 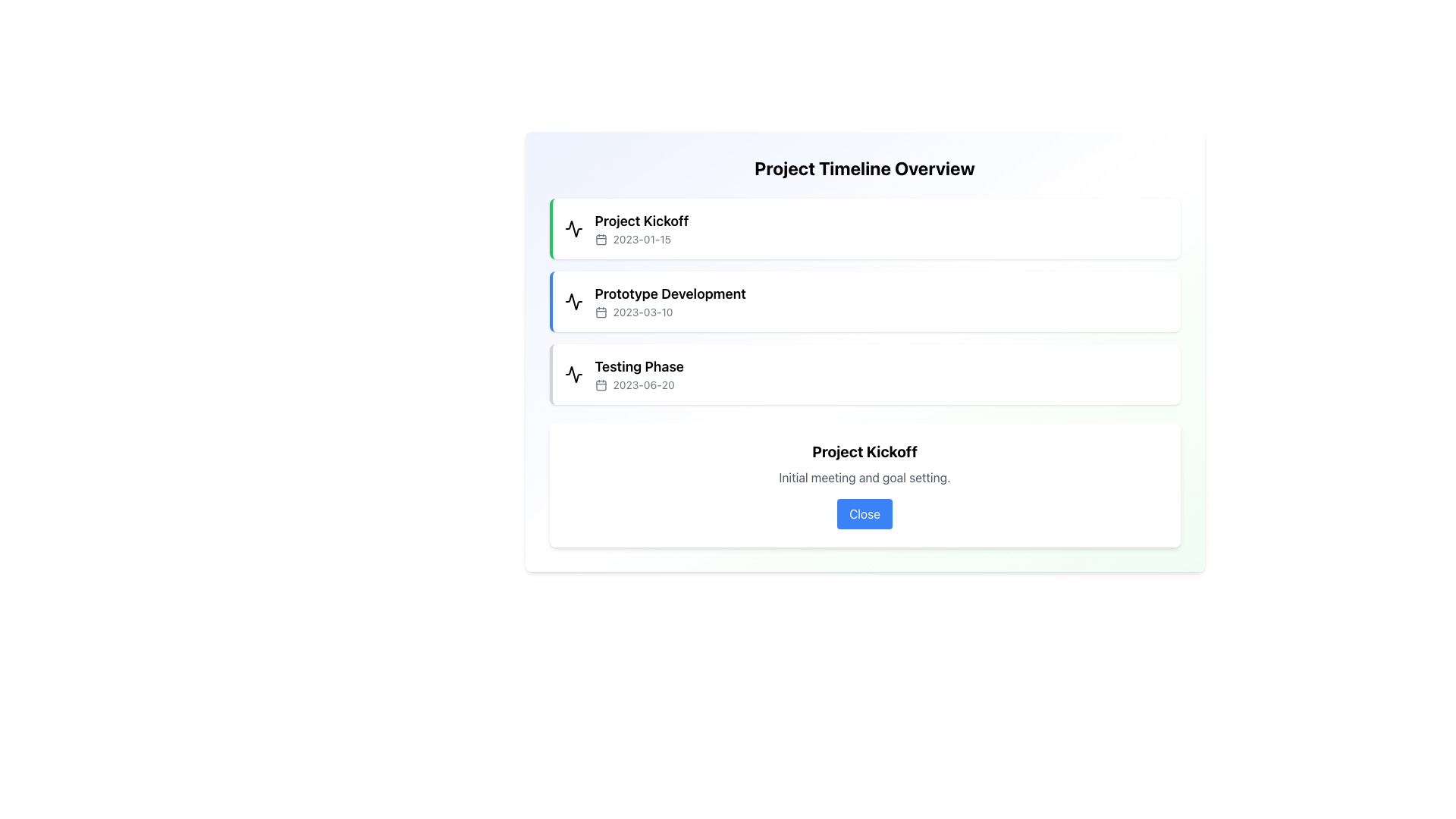 I want to click on the calendar icon located within the first timeline entry labeled 'Project Kickoff', which is adjacent to the text '2023-01-15', so click(x=600, y=239).